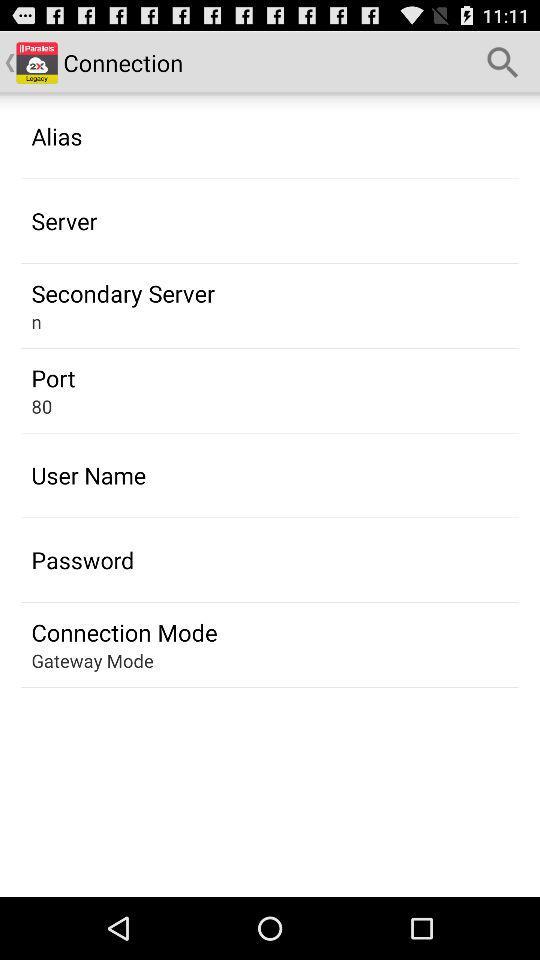  What do you see at coordinates (81, 560) in the screenshot?
I see `app above the connection mode icon` at bounding box center [81, 560].